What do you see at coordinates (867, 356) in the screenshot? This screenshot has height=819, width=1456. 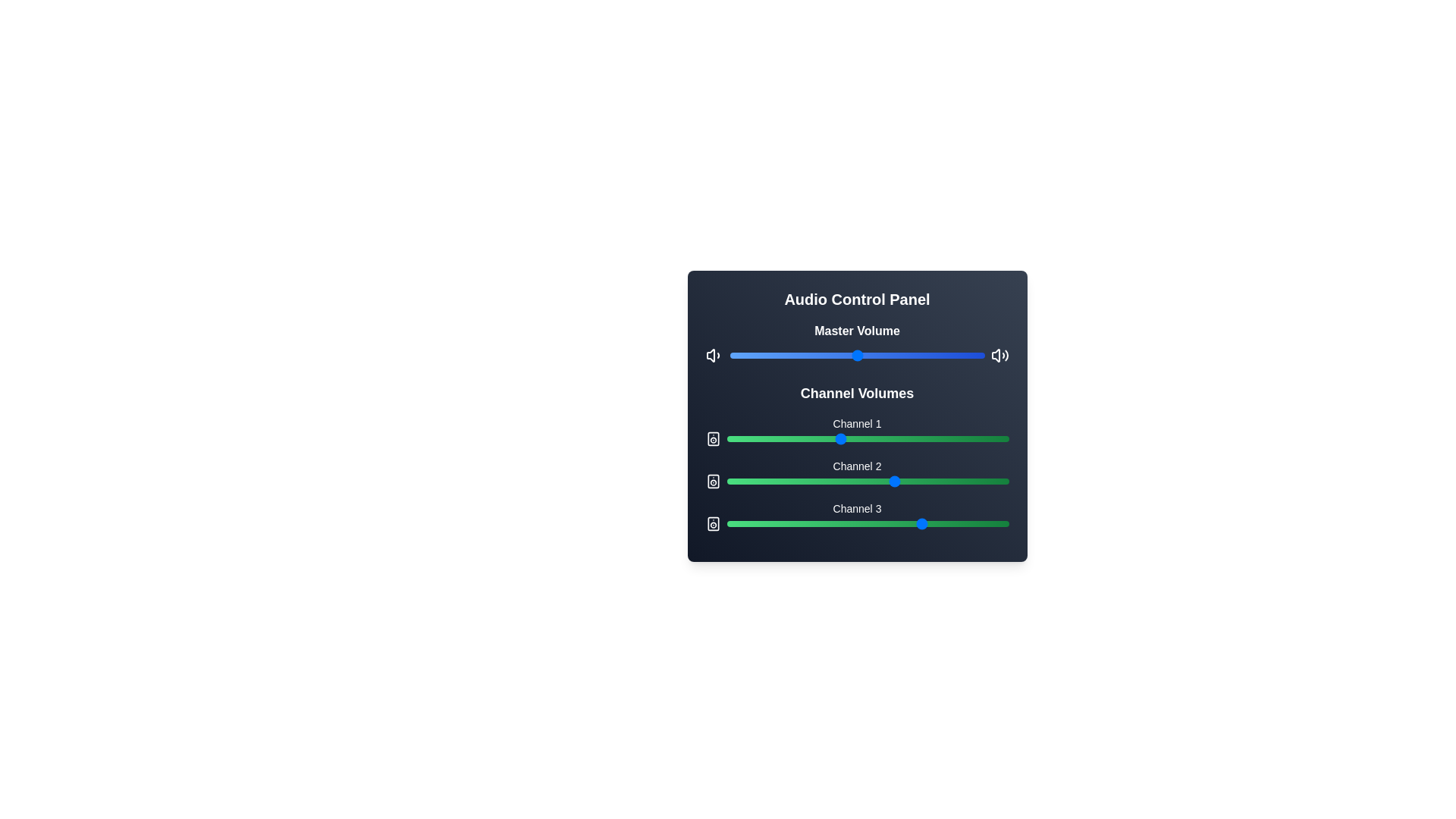 I see `the master volume` at bounding box center [867, 356].